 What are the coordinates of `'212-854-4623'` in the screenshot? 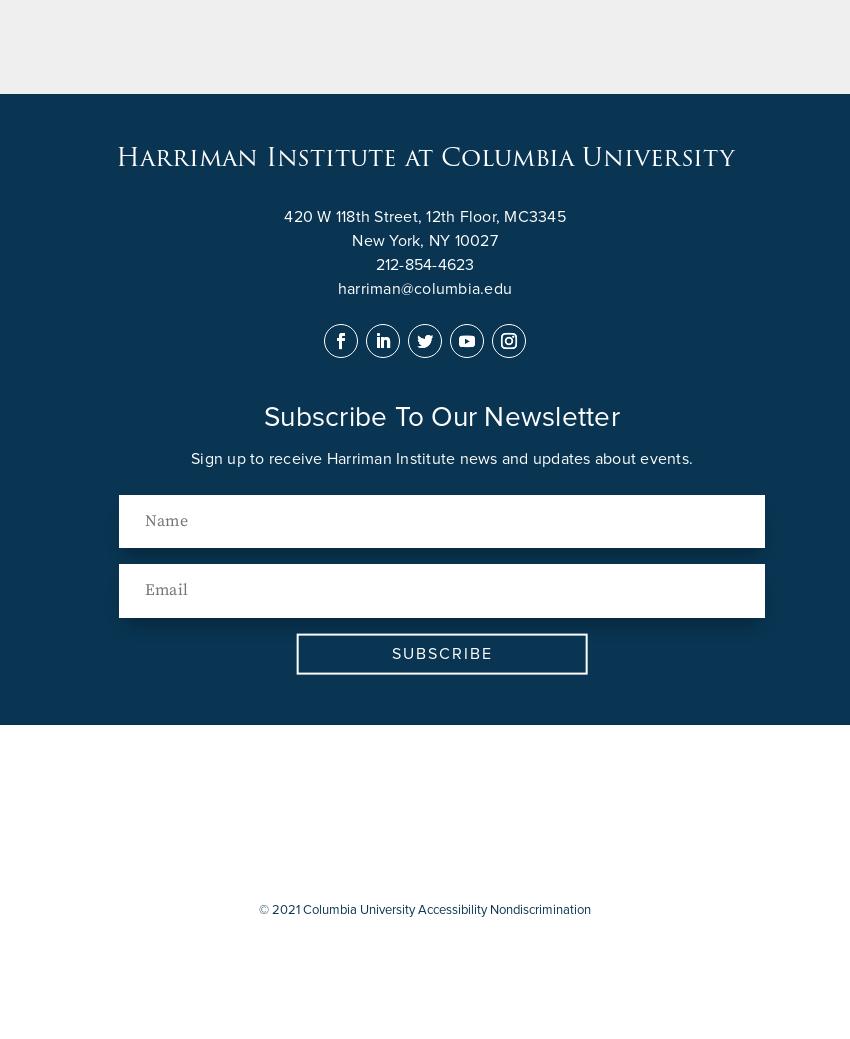 It's located at (424, 264).